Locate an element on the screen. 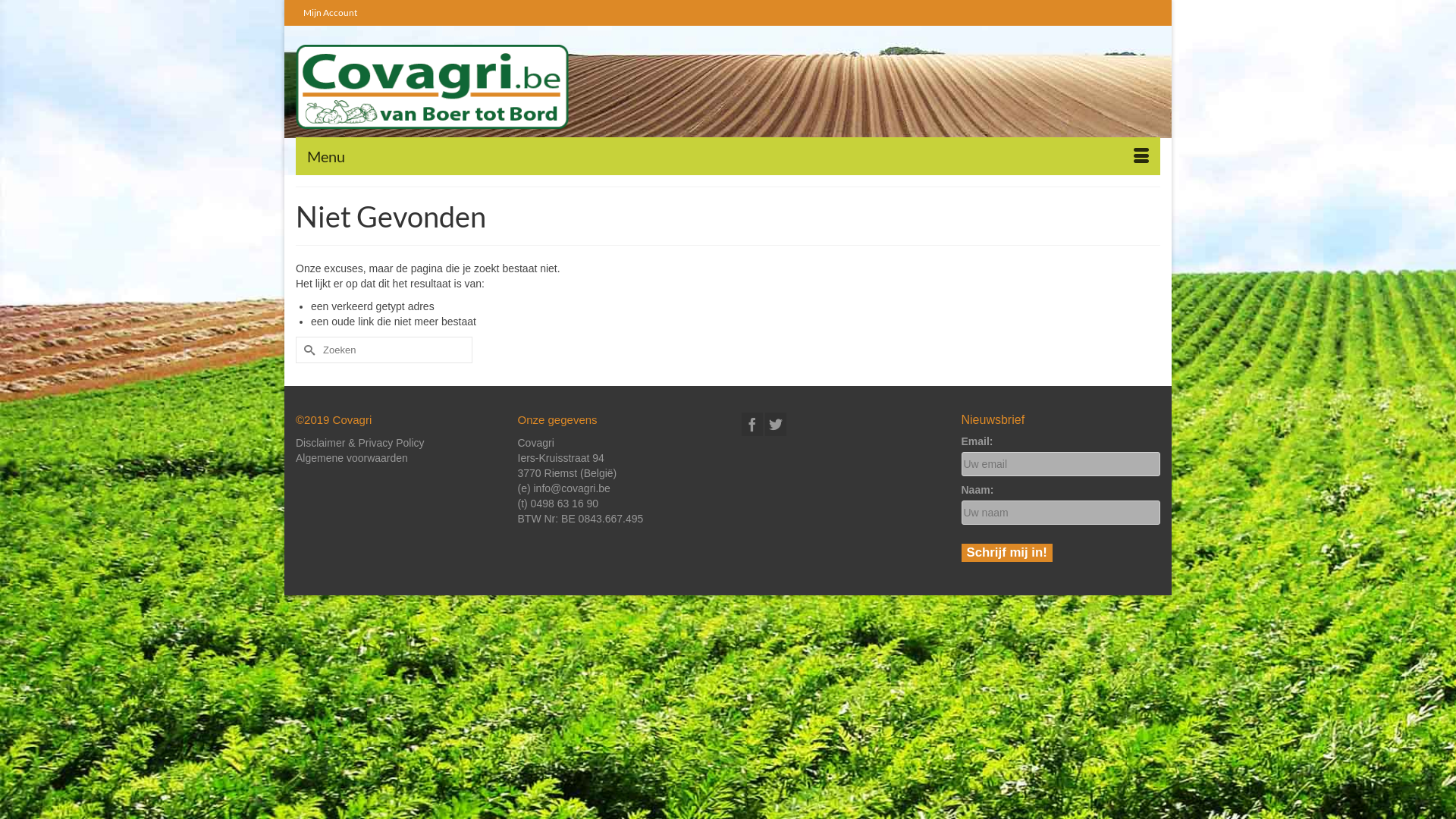 This screenshot has width=1456, height=819. 'Algemene voorwaarden' is located at coordinates (295, 457).